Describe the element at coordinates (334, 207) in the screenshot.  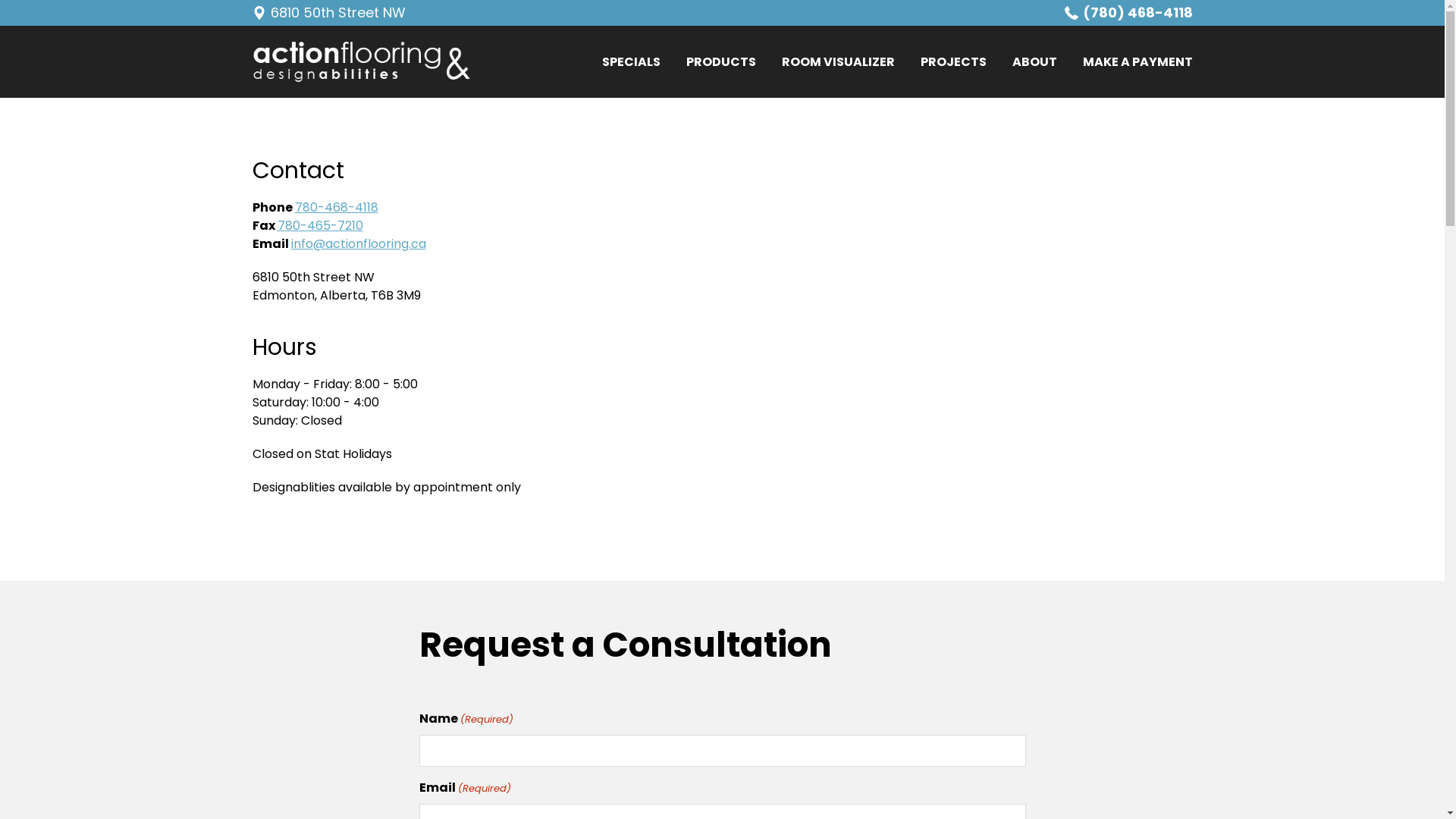
I see `'780-468-4118'` at that location.